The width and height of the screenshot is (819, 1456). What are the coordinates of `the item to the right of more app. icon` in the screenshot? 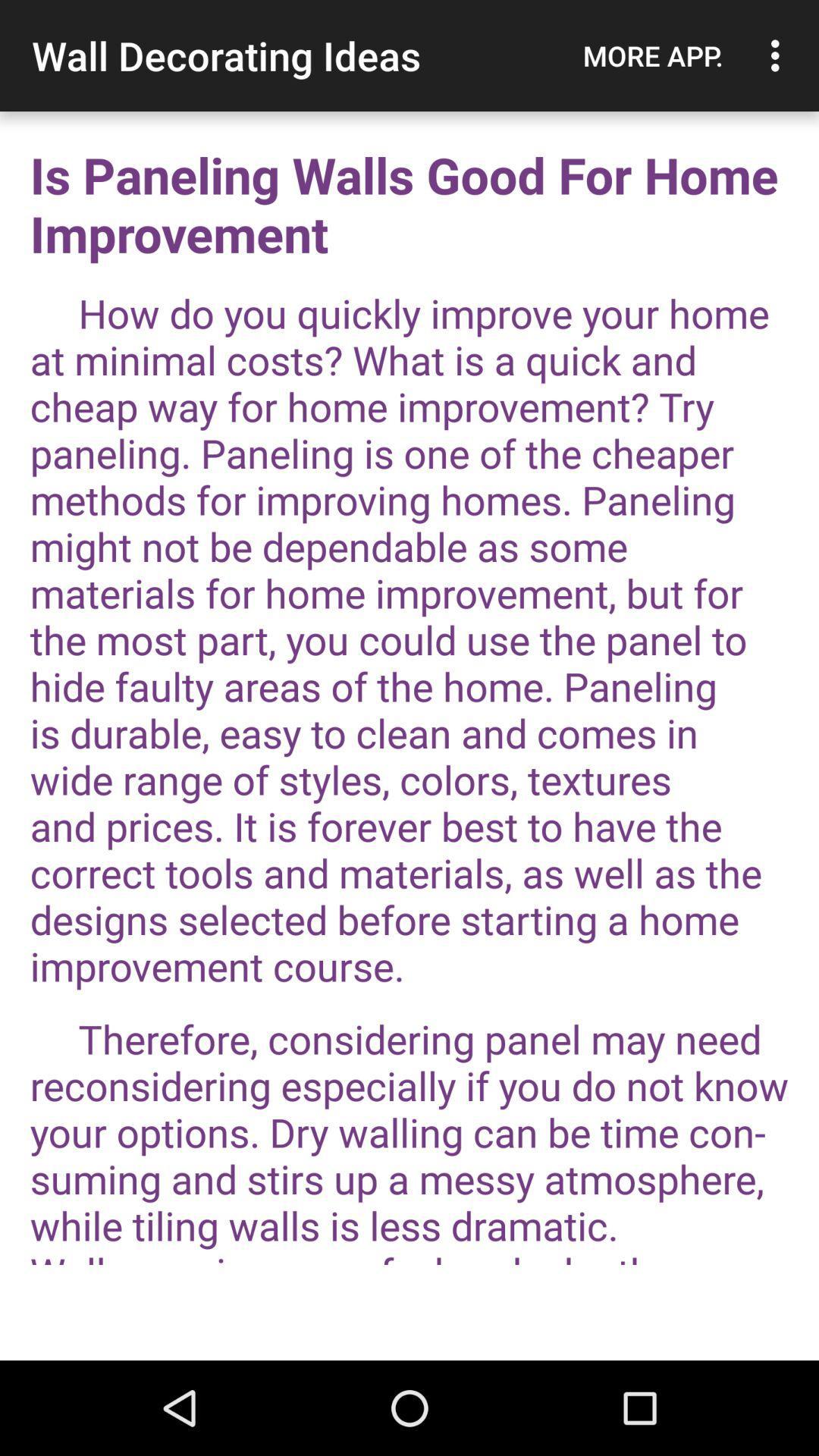 It's located at (779, 55).